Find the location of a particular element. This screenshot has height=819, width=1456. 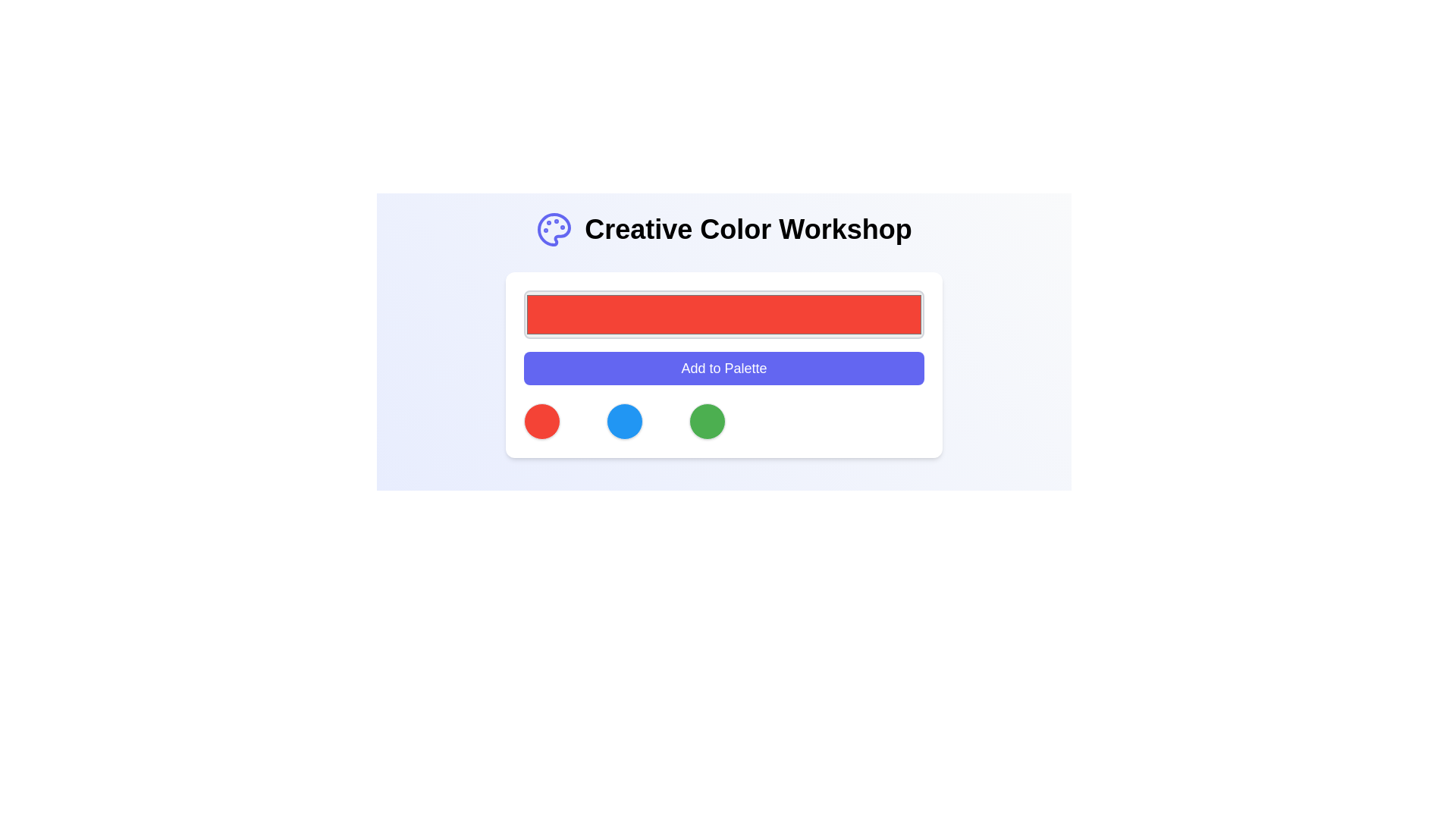

the leftmost circular color indicator, which is part of a row of three circular elements located beneath the 'Add to Palette' button is located at coordinates (542, 421).